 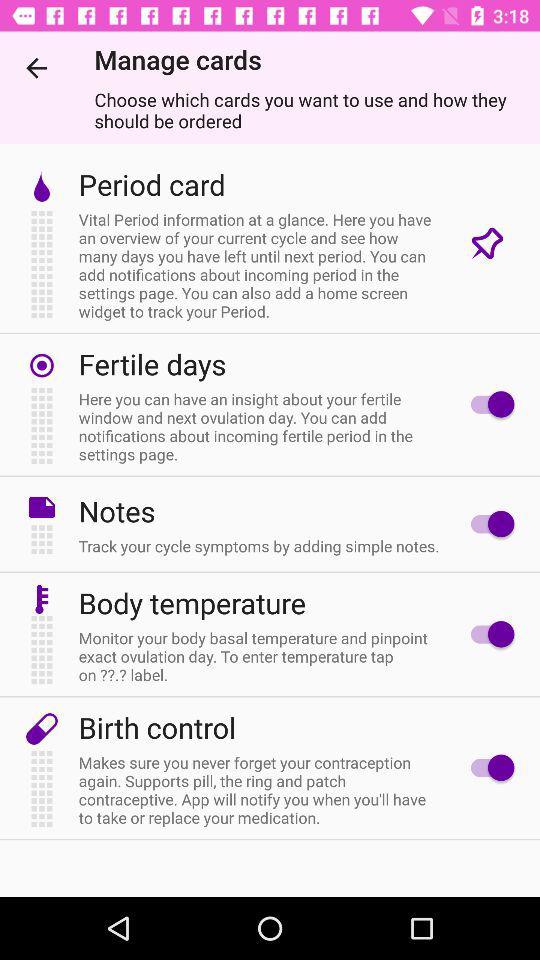 What do you see at coordinates (36, 68) in the screenshot?
I see `the icon next to the manage cards item` at bounding box center [36, 68].